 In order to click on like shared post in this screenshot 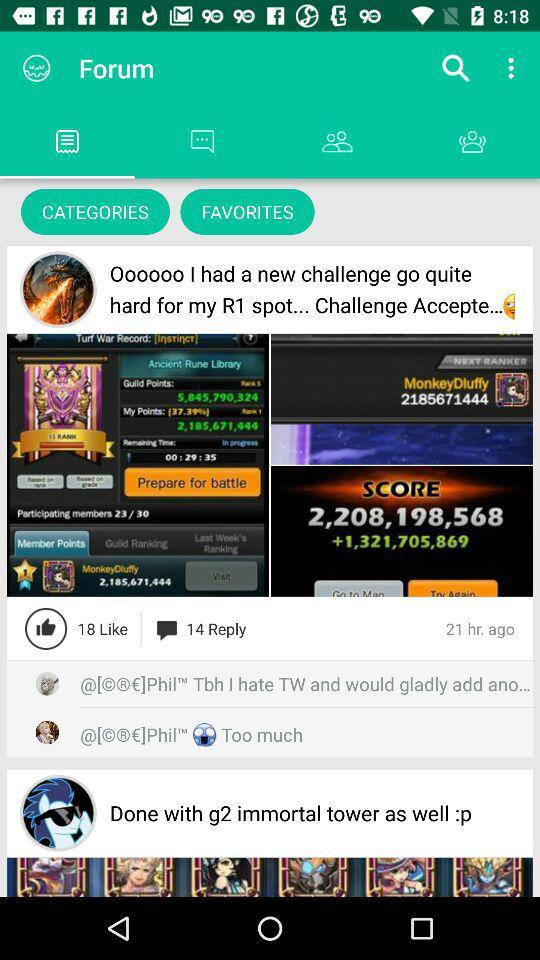, I will do `click(46, 627)`.